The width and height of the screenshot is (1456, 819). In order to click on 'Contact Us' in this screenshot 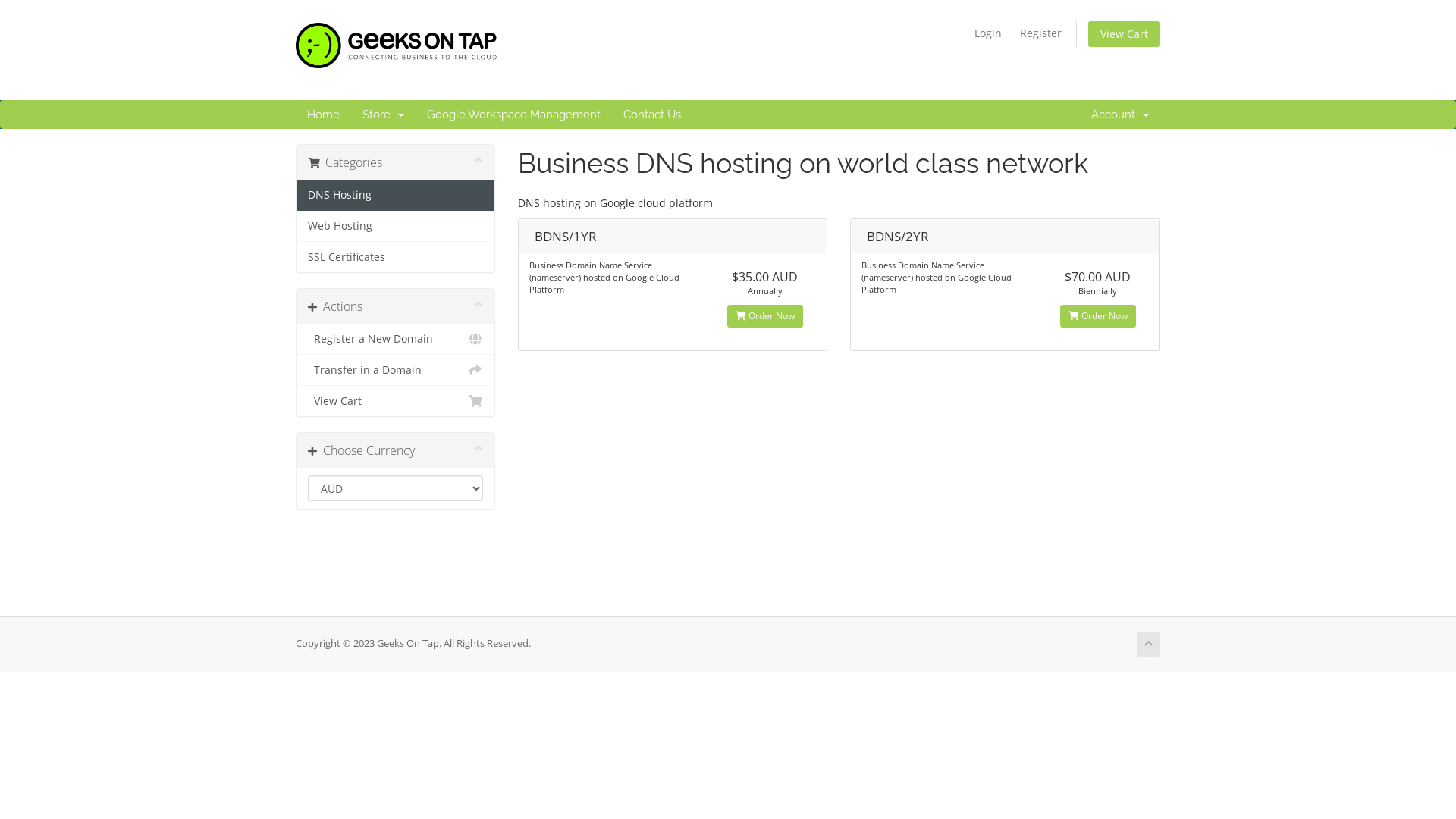, I will do `click(651, 113)`.